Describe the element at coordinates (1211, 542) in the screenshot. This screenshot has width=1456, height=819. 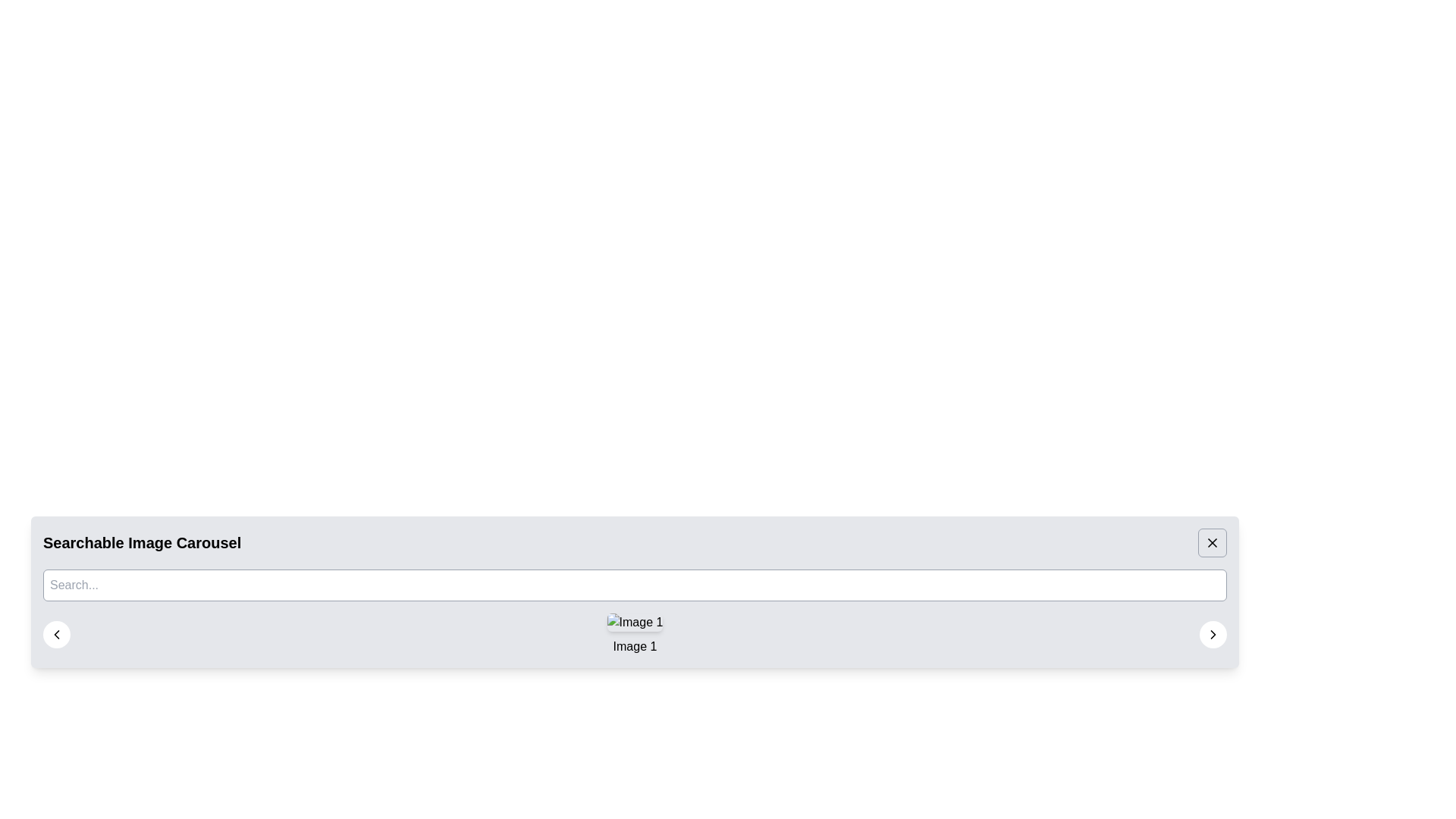
I see `the close icon located at the top-right corner of the search bar interface` at that location.